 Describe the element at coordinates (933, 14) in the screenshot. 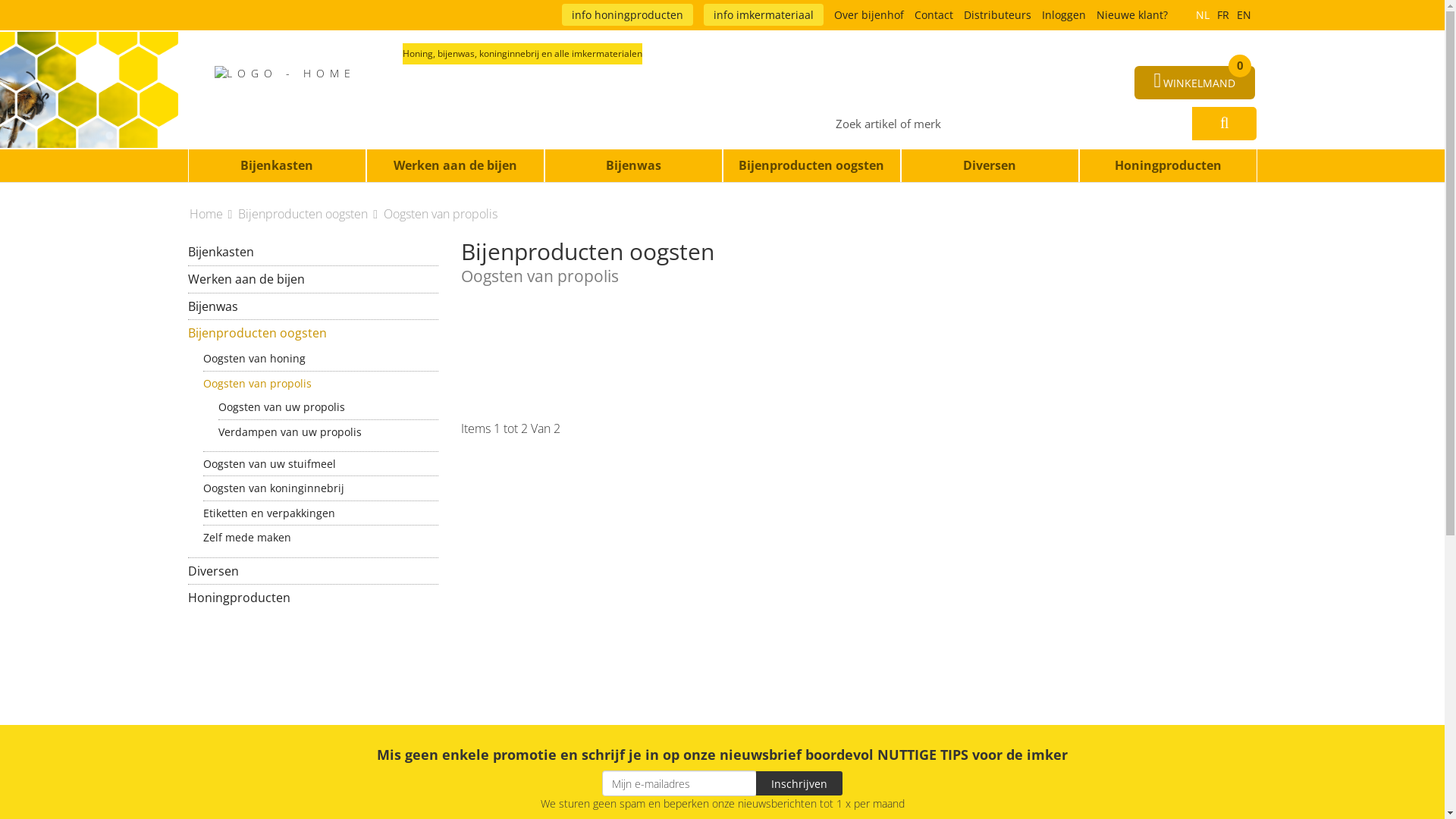

I see `'Contact'` at that location.